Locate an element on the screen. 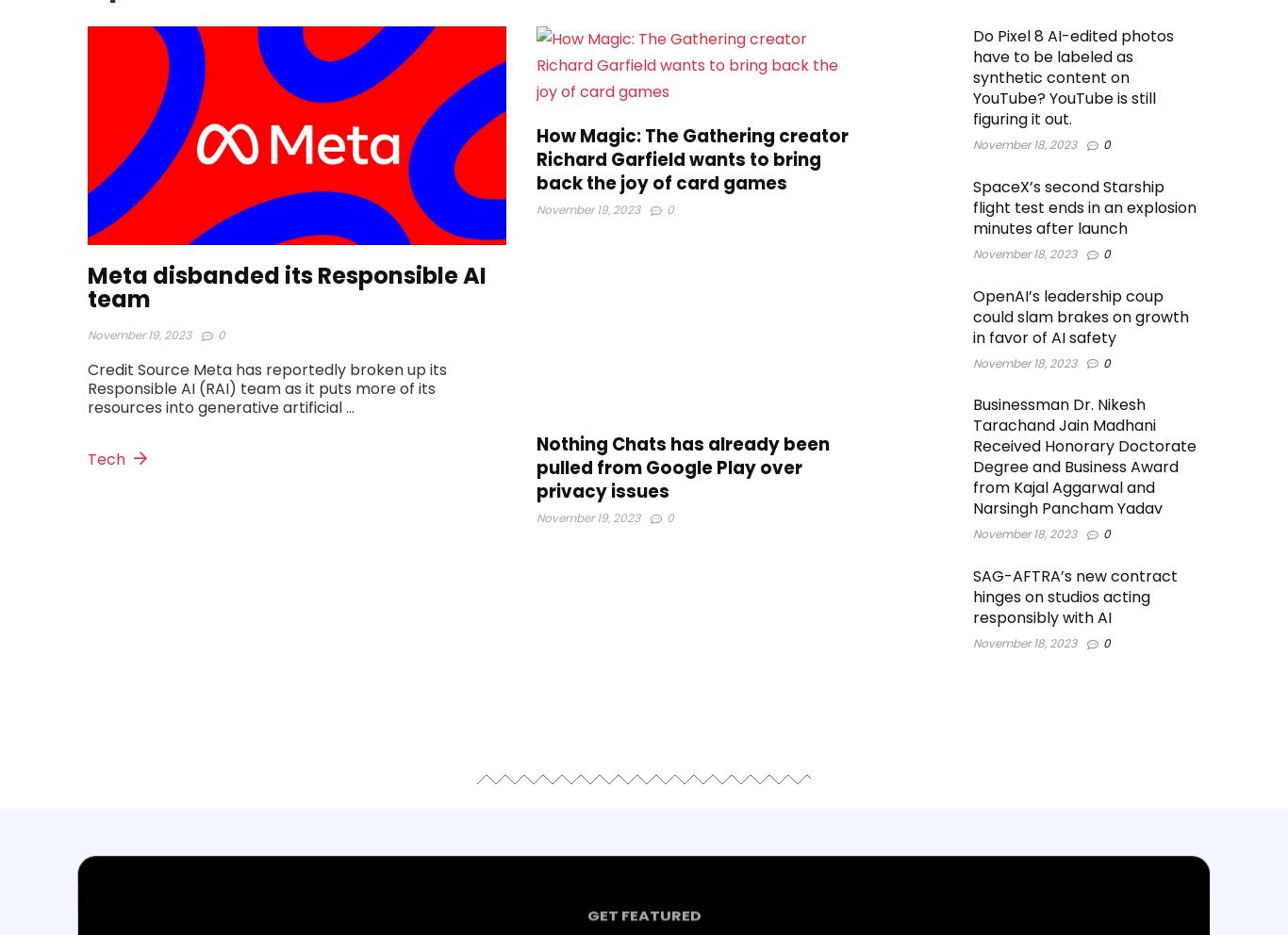 This screenshot has width=1288, height=935. 'Meta disbanded its Responsible AI team' is located at coordinates (287, 287).